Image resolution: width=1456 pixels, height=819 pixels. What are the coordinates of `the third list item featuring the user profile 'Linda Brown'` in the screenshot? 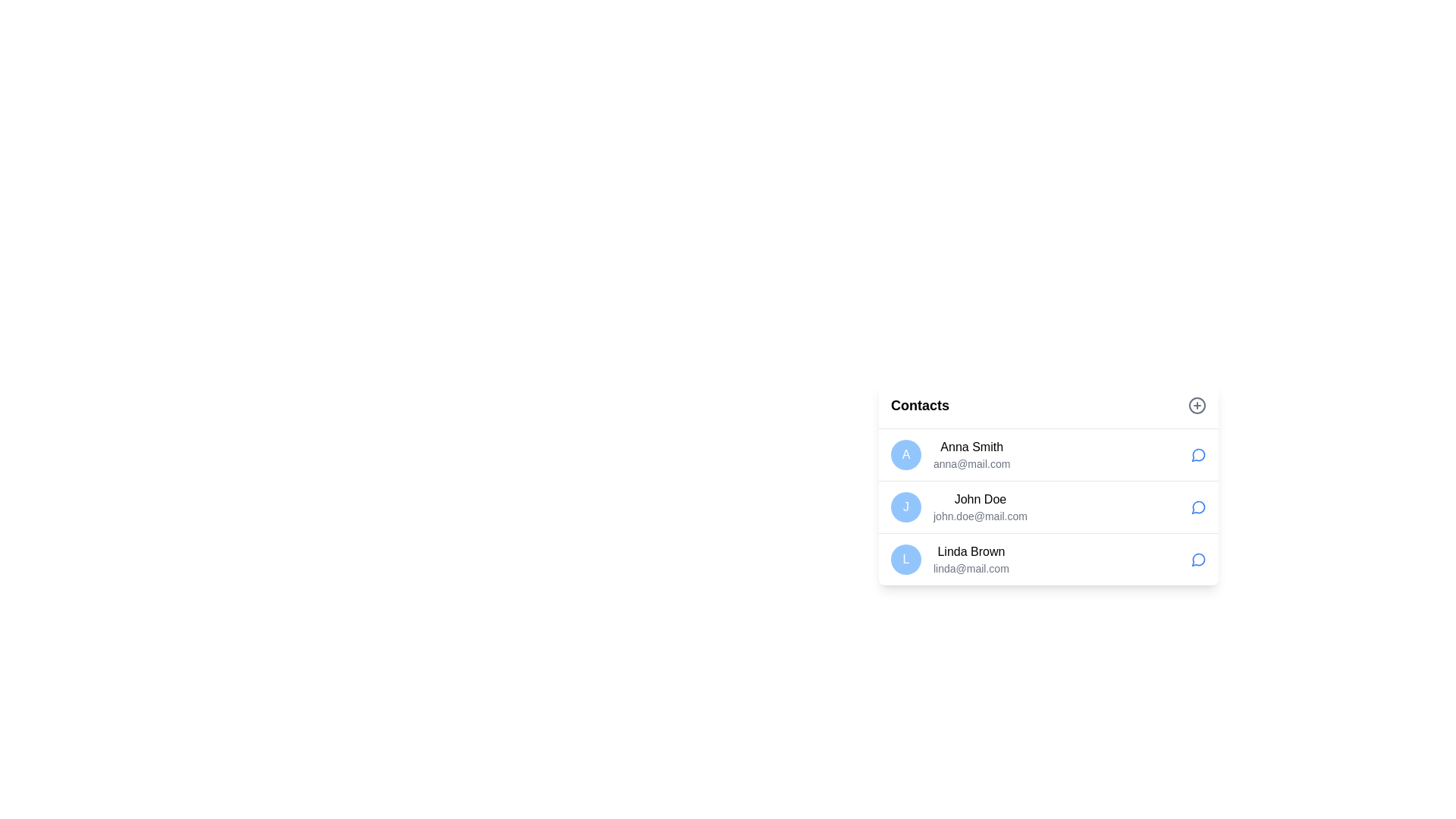 It's located at (1047, 559).